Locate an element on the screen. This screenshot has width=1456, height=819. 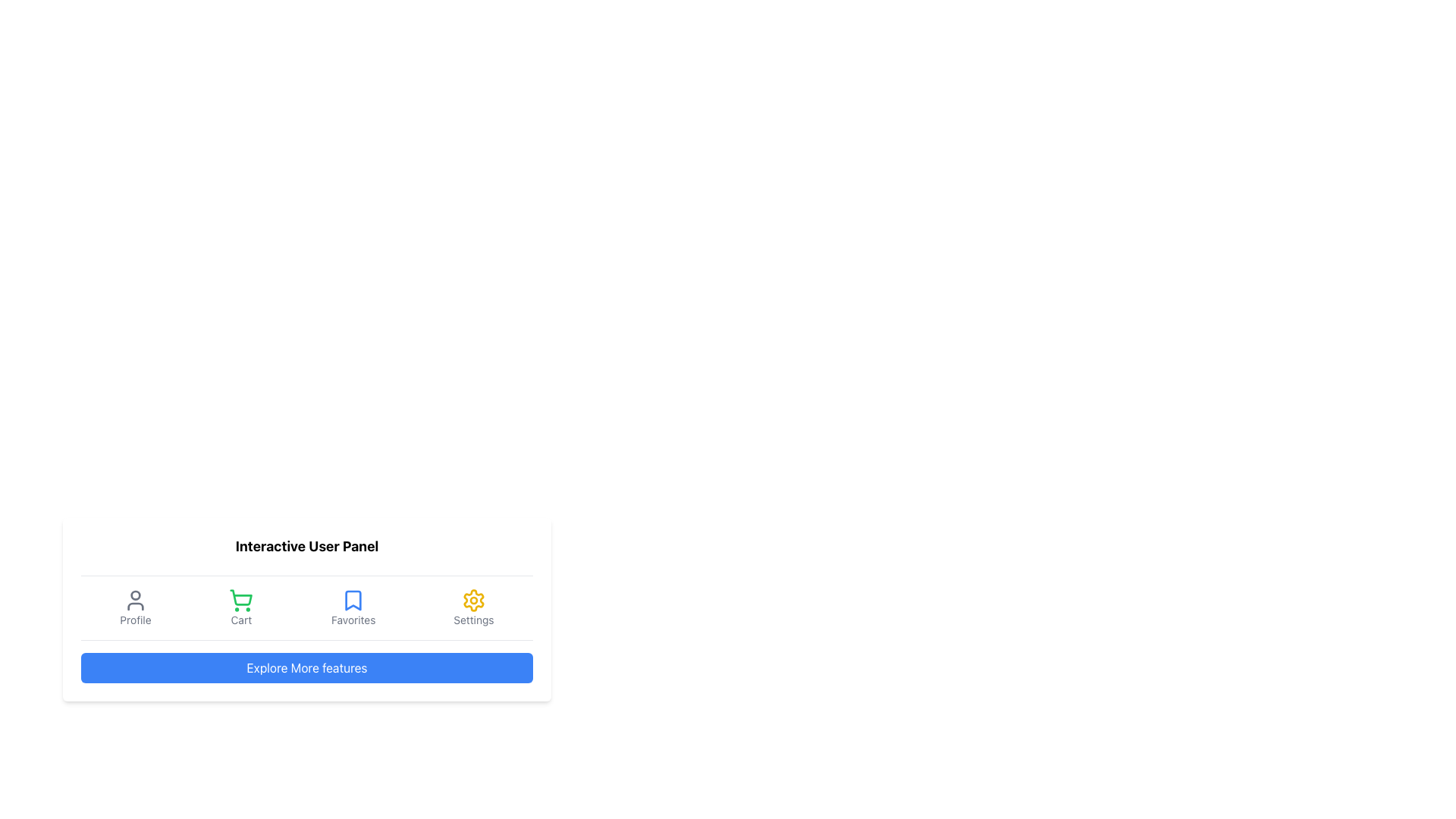
the yellow gear-shaped icon representing the 'Settings' button located at the bottom-right corner of the user panel UI is located at coordinates (472, 599).